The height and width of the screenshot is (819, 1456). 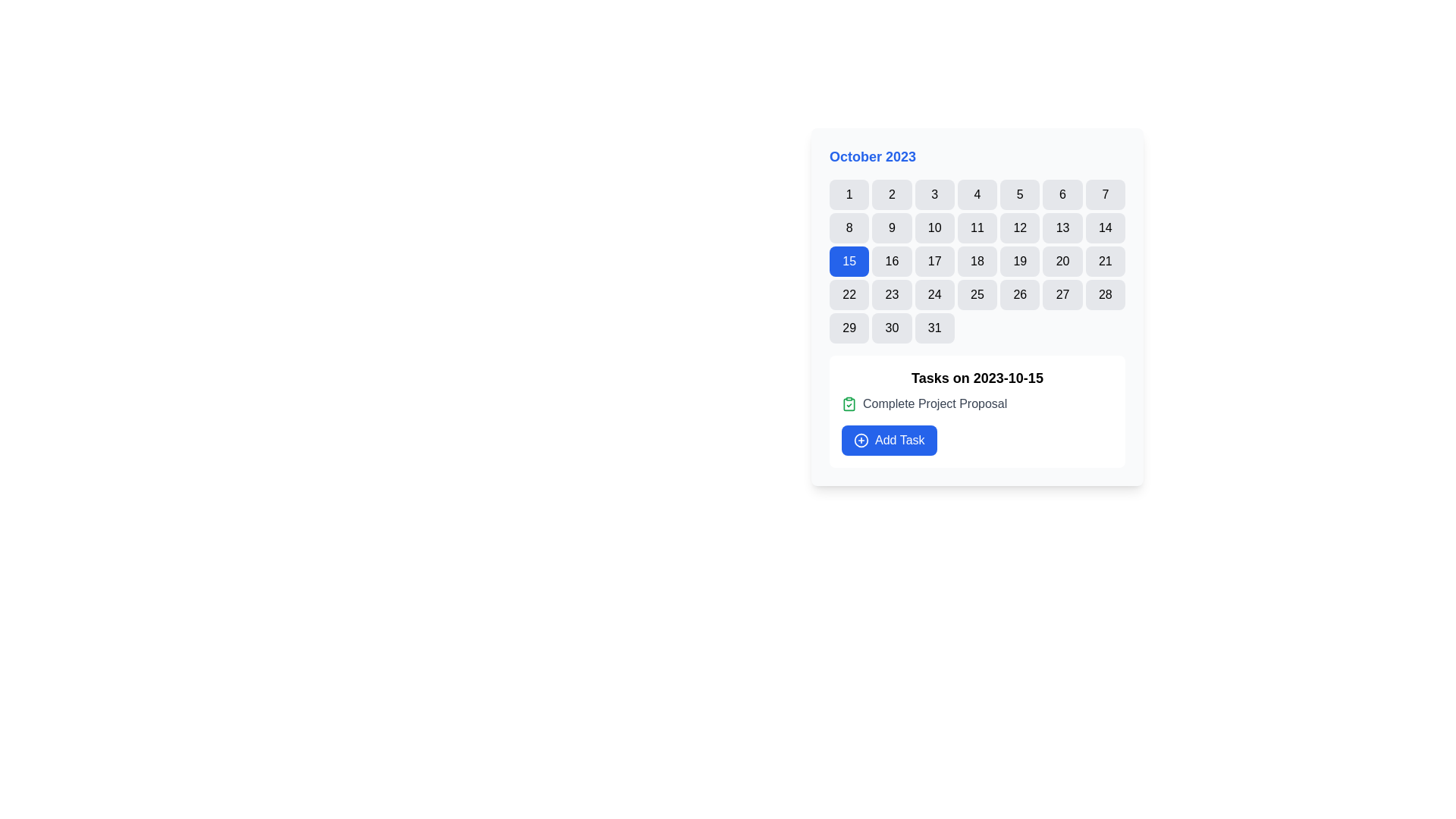 I want to click on the rounded rectangular button labeled '10' in the calendar grid under 'October 2023', located in the second row and third column, to change its background color, so click(x=934, y=227).